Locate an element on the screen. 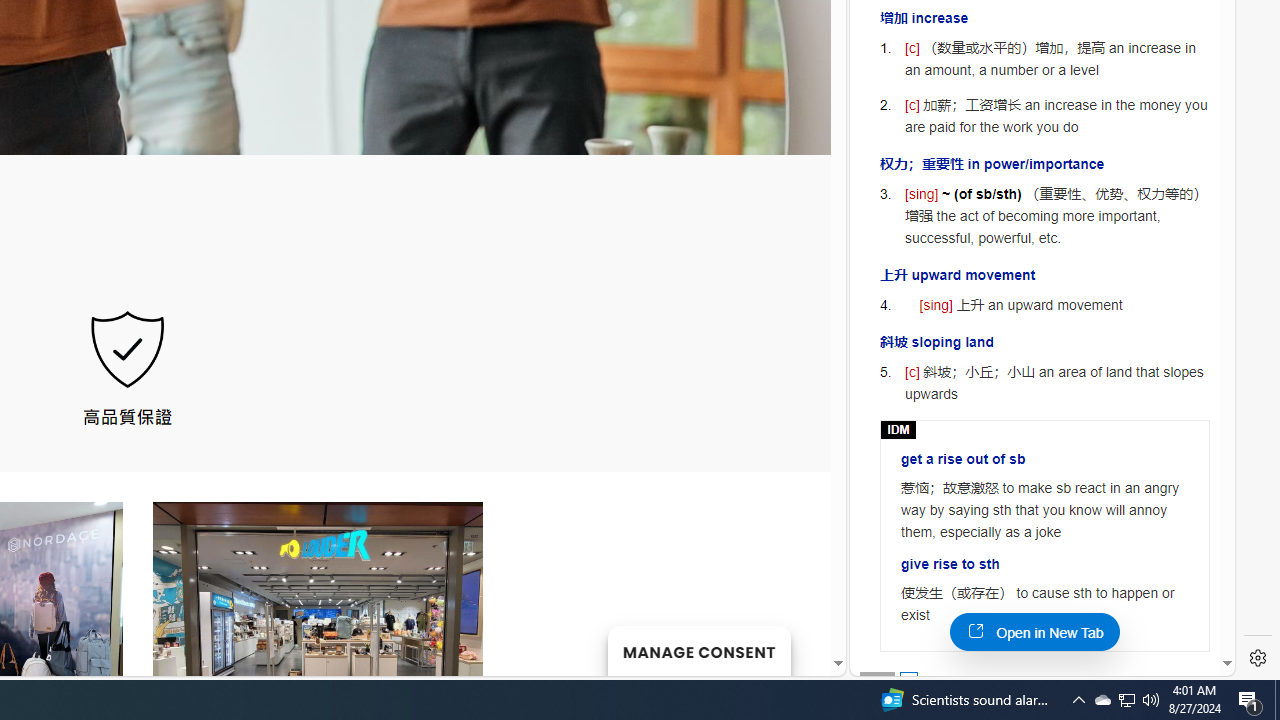 This screenshot has height=720, width=1280. 'AutomationID: posbtn_1' is located at coordinates (907, 679).